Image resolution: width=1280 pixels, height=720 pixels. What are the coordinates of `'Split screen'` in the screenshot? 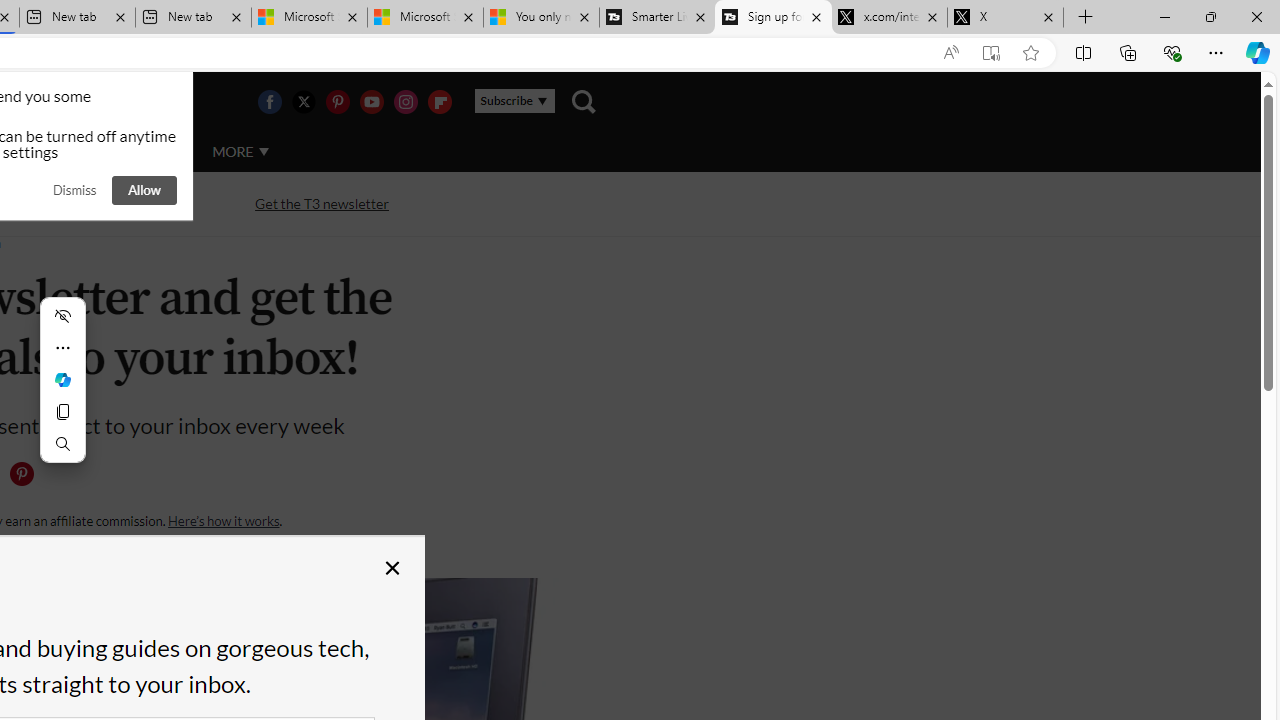 It's located at (1082, 51).